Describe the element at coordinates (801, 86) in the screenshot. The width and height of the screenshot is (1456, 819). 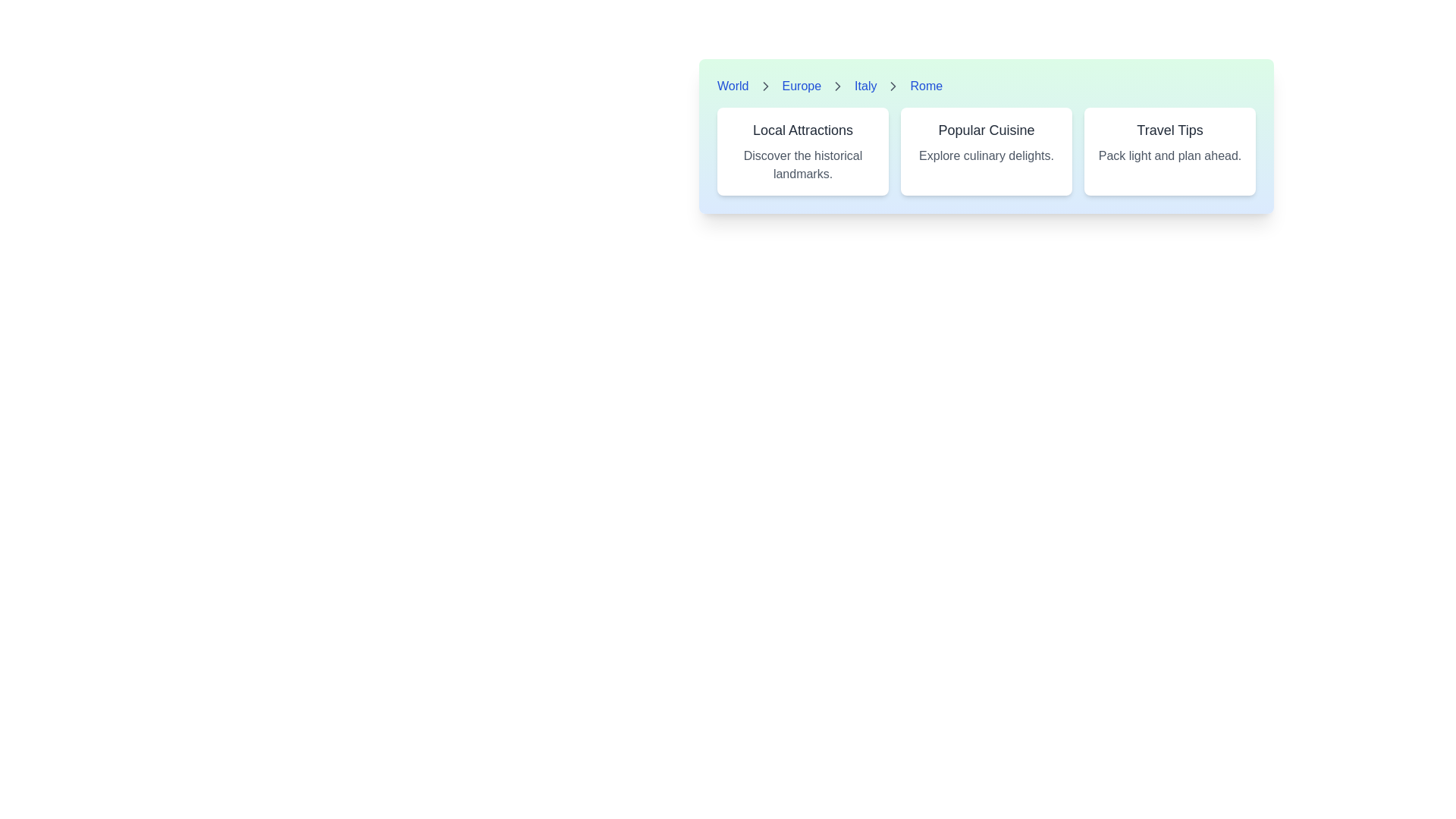
I see `the interactive link labeled 'Europe' in the breadcrumb navigation` at that location.